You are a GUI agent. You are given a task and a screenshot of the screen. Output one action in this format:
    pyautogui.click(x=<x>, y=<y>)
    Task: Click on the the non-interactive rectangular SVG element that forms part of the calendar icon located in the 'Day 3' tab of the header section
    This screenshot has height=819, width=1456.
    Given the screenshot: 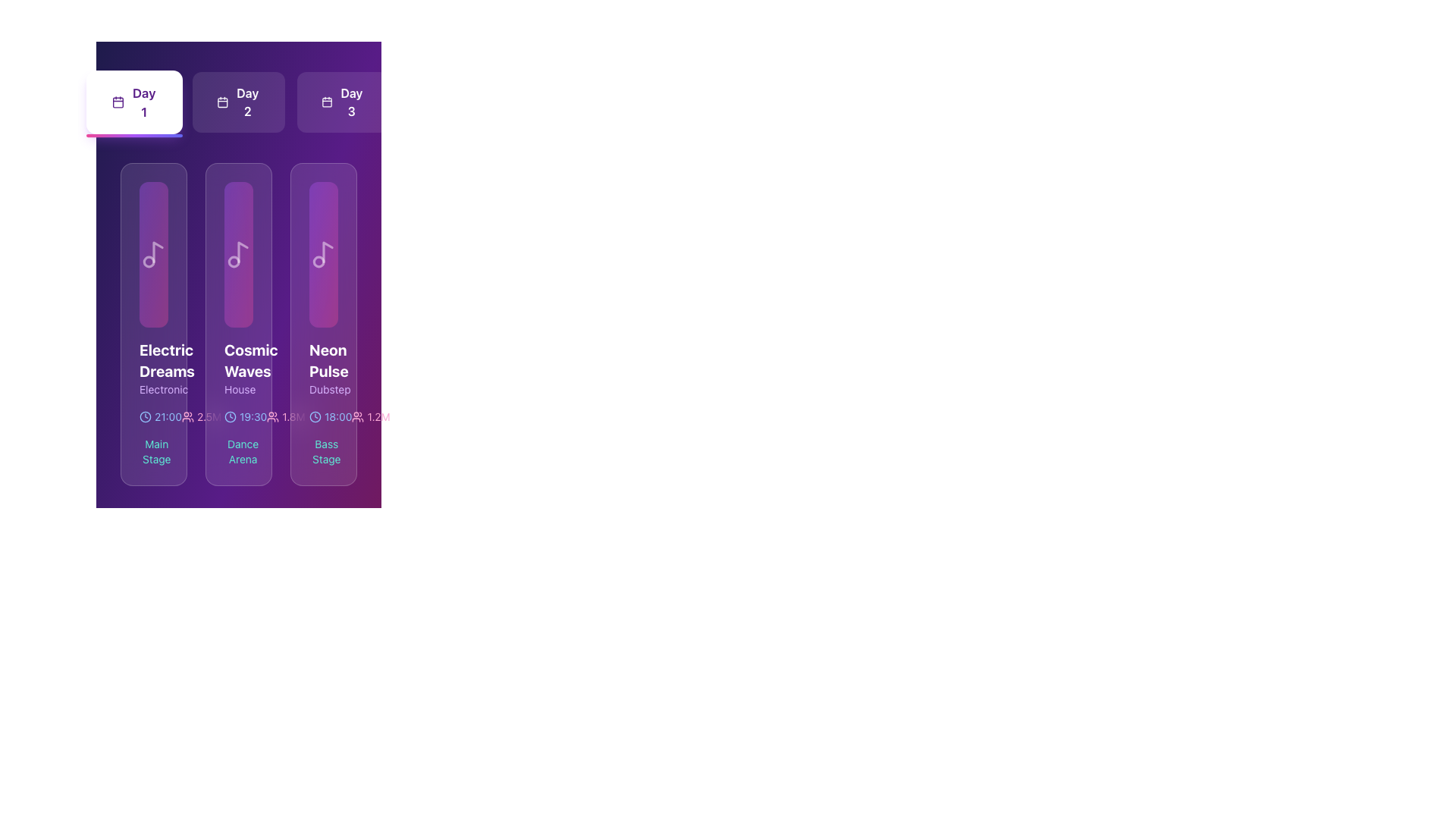 What is the action you would take?
    pyautogui.click(x=326, y=102)
    